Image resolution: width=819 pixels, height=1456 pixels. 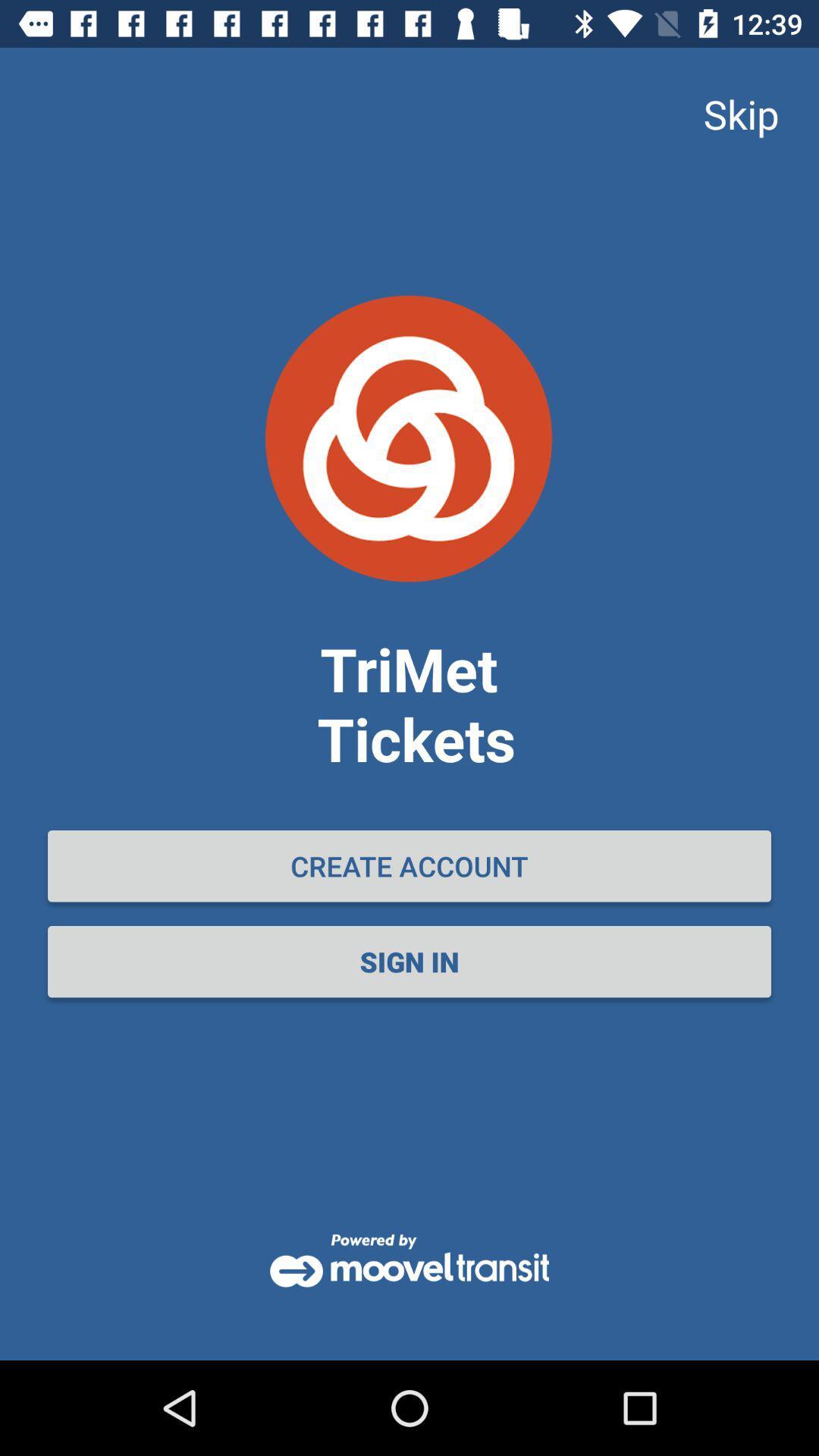 What do you see at coordinates (740, 113) in the screenshot?
I see `skip` at bounding box center [740, 113].